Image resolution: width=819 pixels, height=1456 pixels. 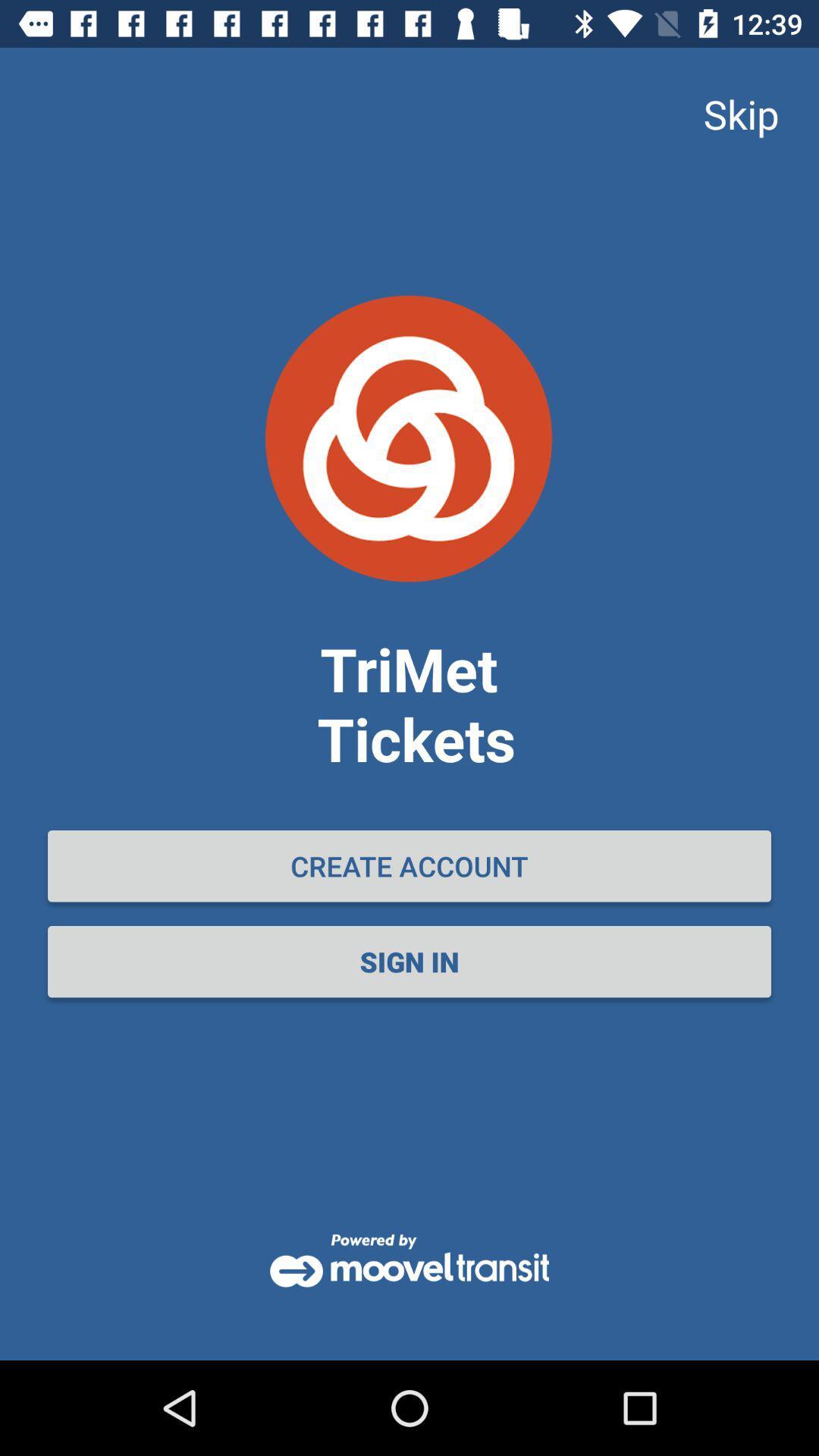 What do you see at coordinates (740, 113) in the screenshot?
I see `skip` at bounding box center [740, 113].